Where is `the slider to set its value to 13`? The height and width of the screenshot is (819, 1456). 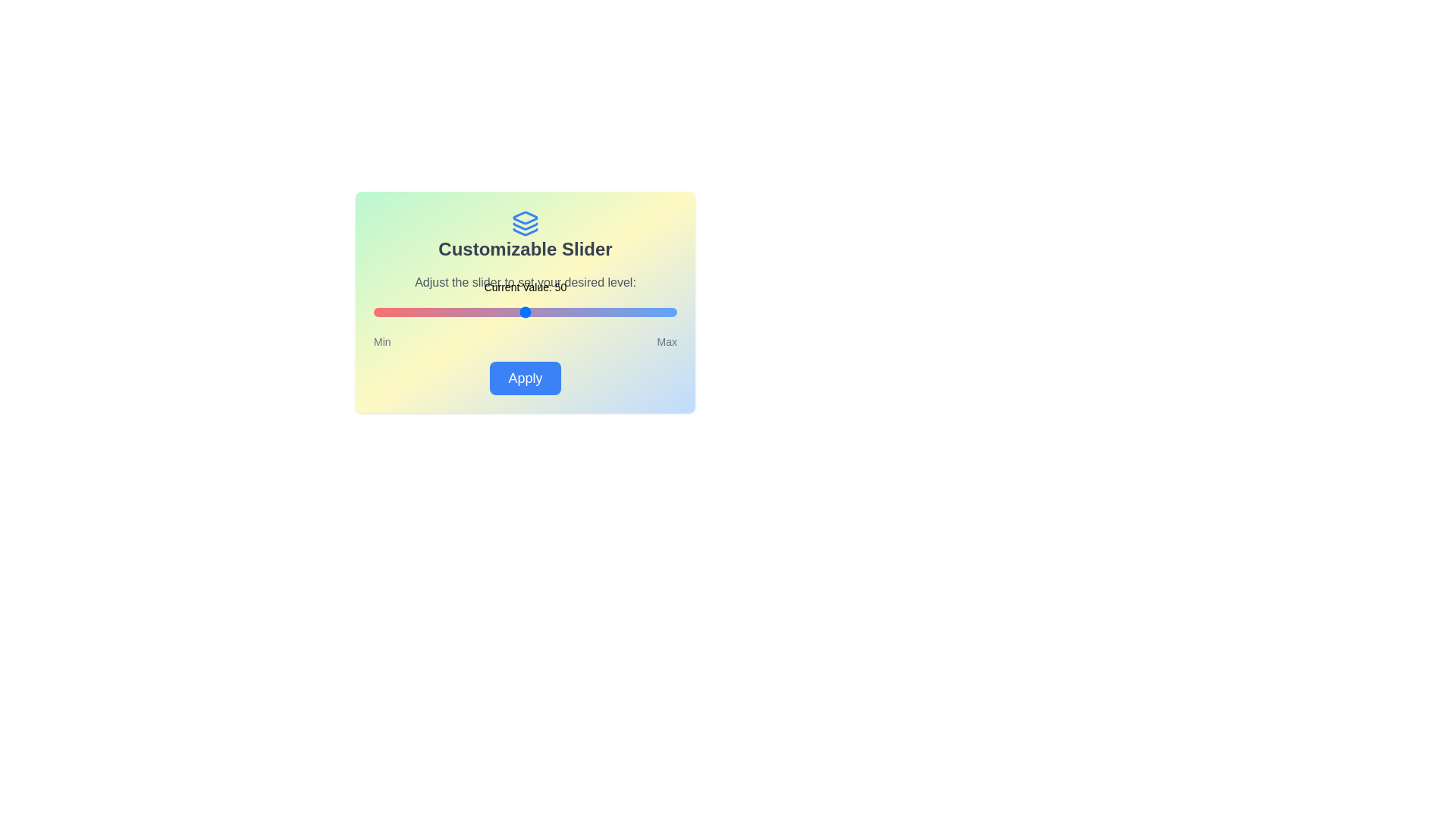
the slider to set its value to 13 is located at coordinates (413, 312).